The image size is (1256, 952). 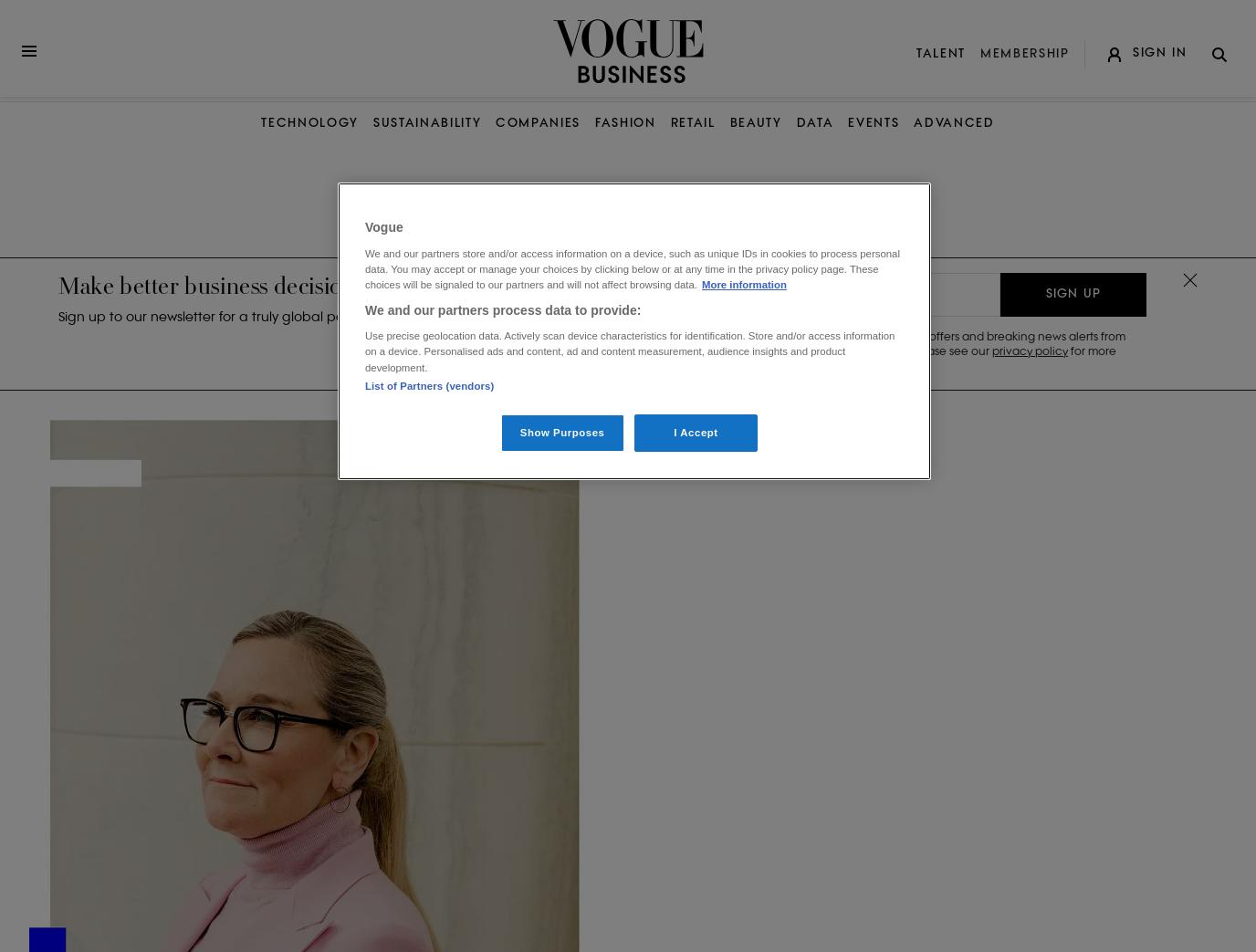 I want to click on 'Events', so click(x=874, y=122).